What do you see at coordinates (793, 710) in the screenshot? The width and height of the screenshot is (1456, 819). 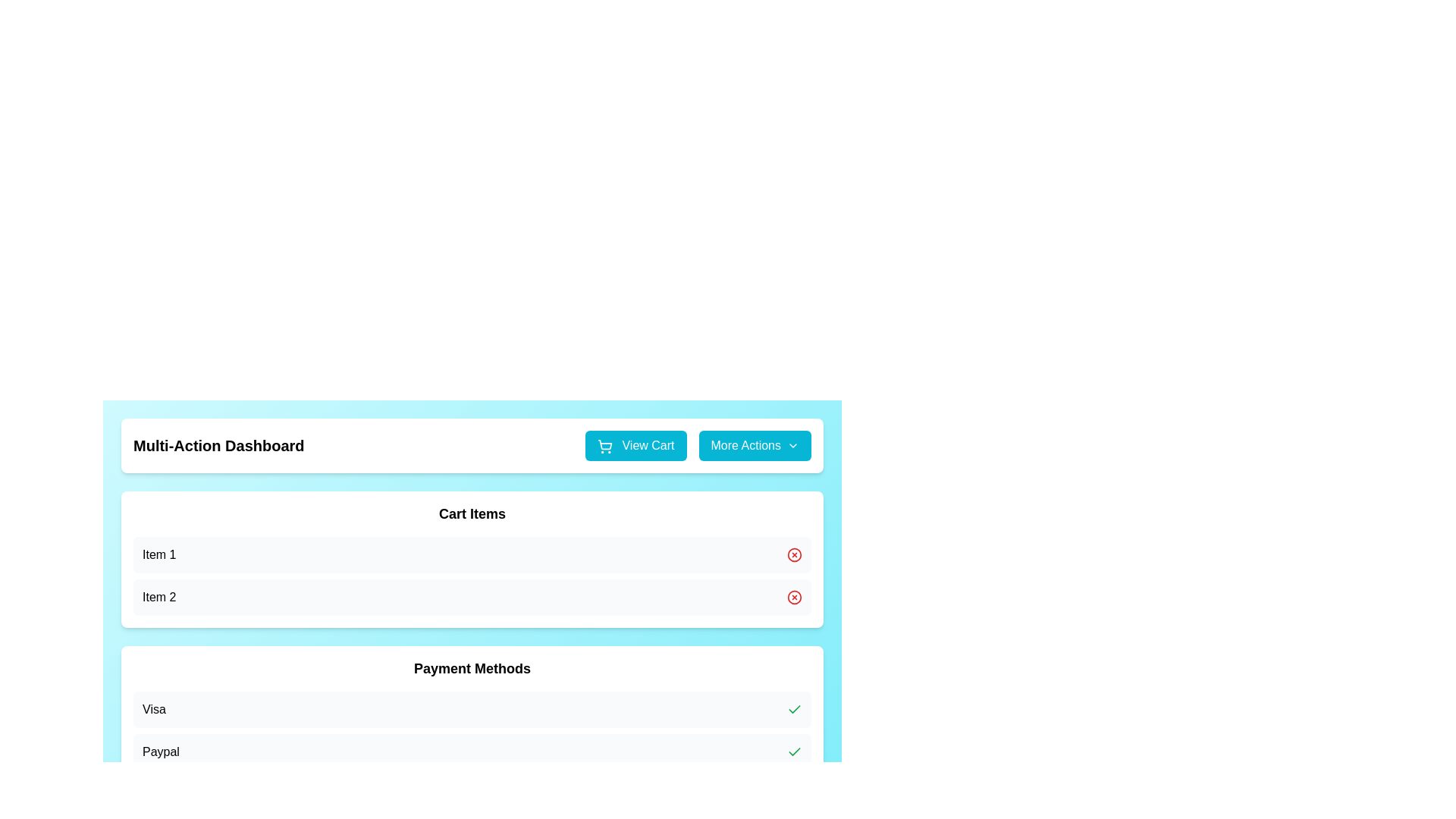 I see `the green checkmark icon located in the 'Payment Methods' section, adjacent to the 'Visa' text` at bounding box center [793, 710].